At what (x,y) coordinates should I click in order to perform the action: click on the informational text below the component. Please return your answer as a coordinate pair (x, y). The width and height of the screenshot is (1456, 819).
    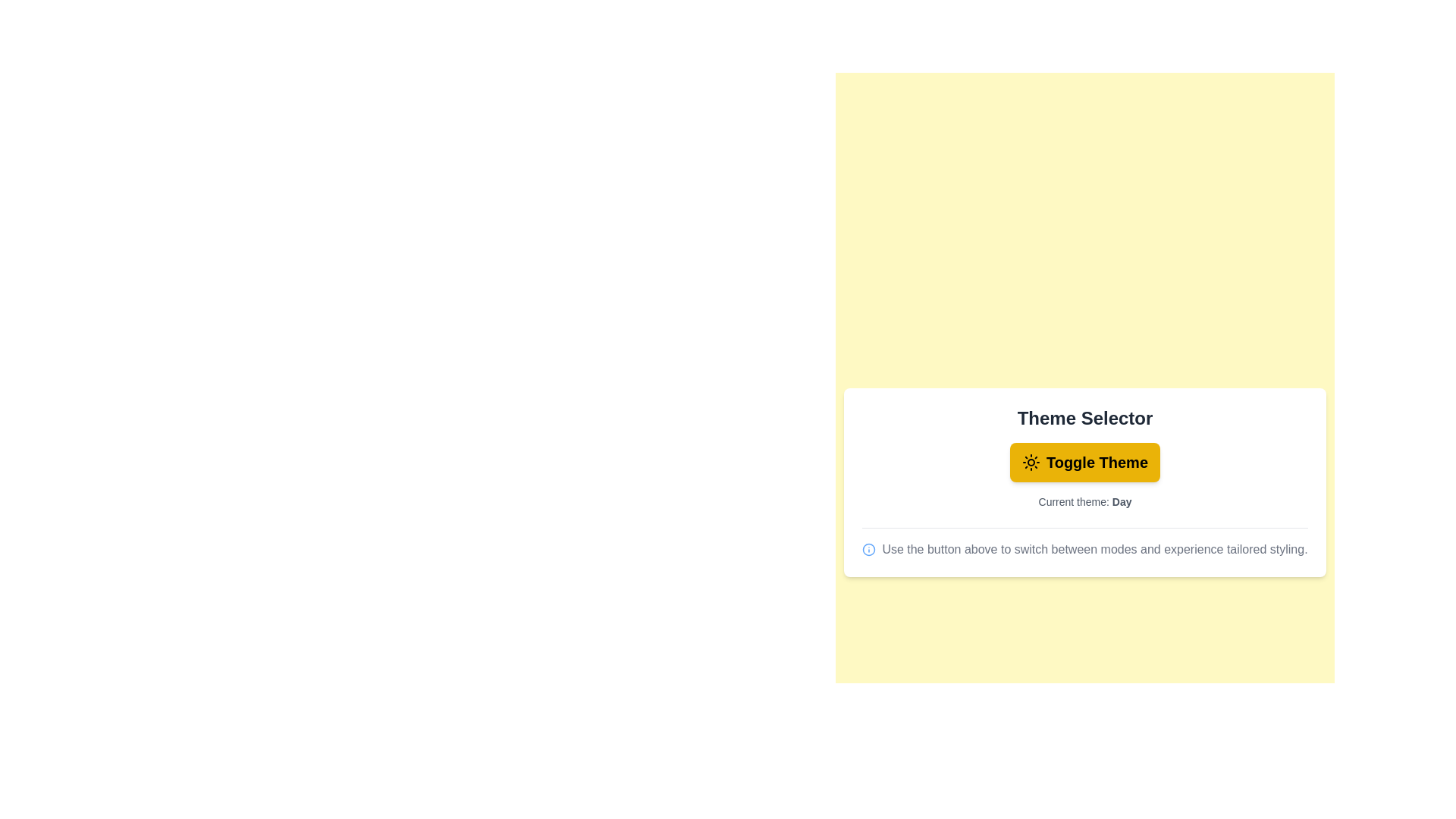
    Looking at the image, I should click on (1084, 542).